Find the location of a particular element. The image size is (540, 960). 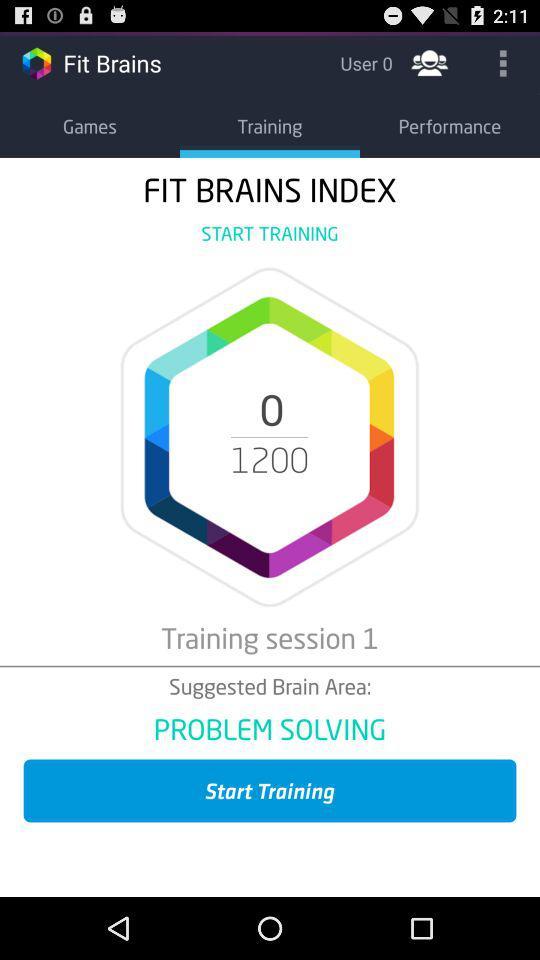

the app to the right of the user 0 item is located at coordinates (428, 62).